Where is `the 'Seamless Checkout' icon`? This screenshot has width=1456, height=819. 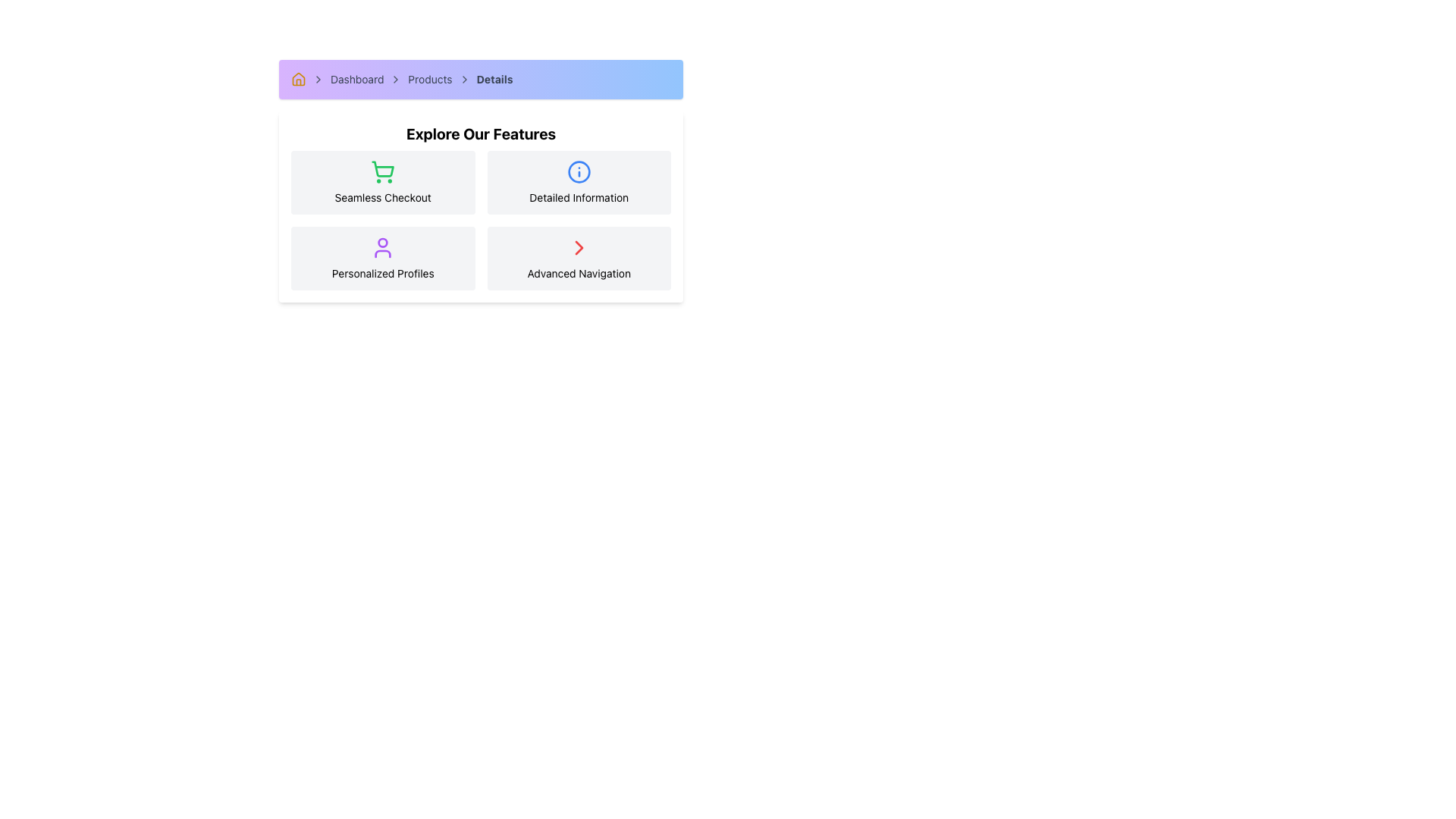
the 'Seamless Checkout' icon is located at coordinates (383, 171).